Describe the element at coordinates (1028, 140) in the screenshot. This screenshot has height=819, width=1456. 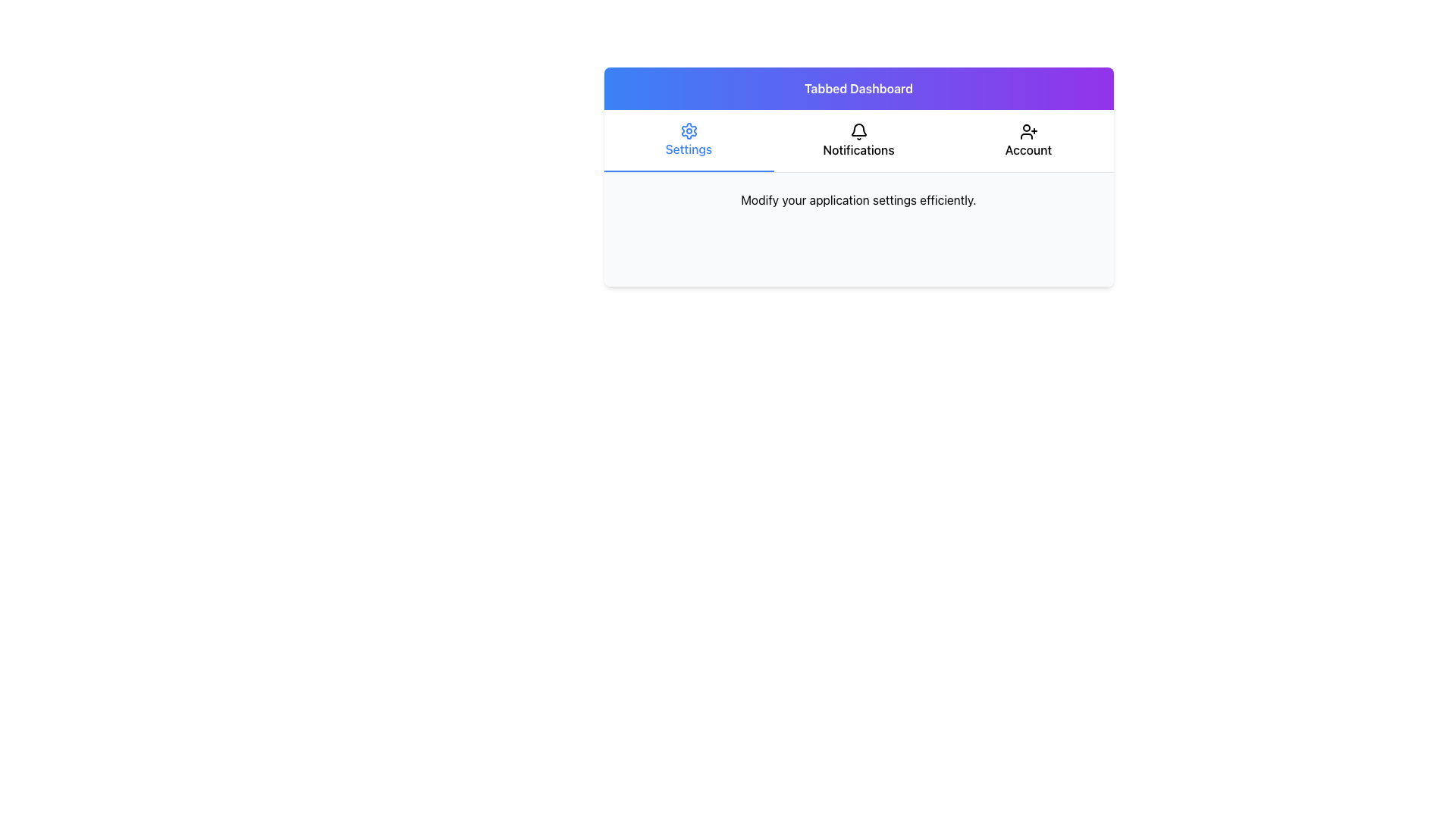
I see `the tab button in the navigation bar that switches content to account settings or information, positioned as the third tab from the left, adjacent to 'Notifications'` at that location.